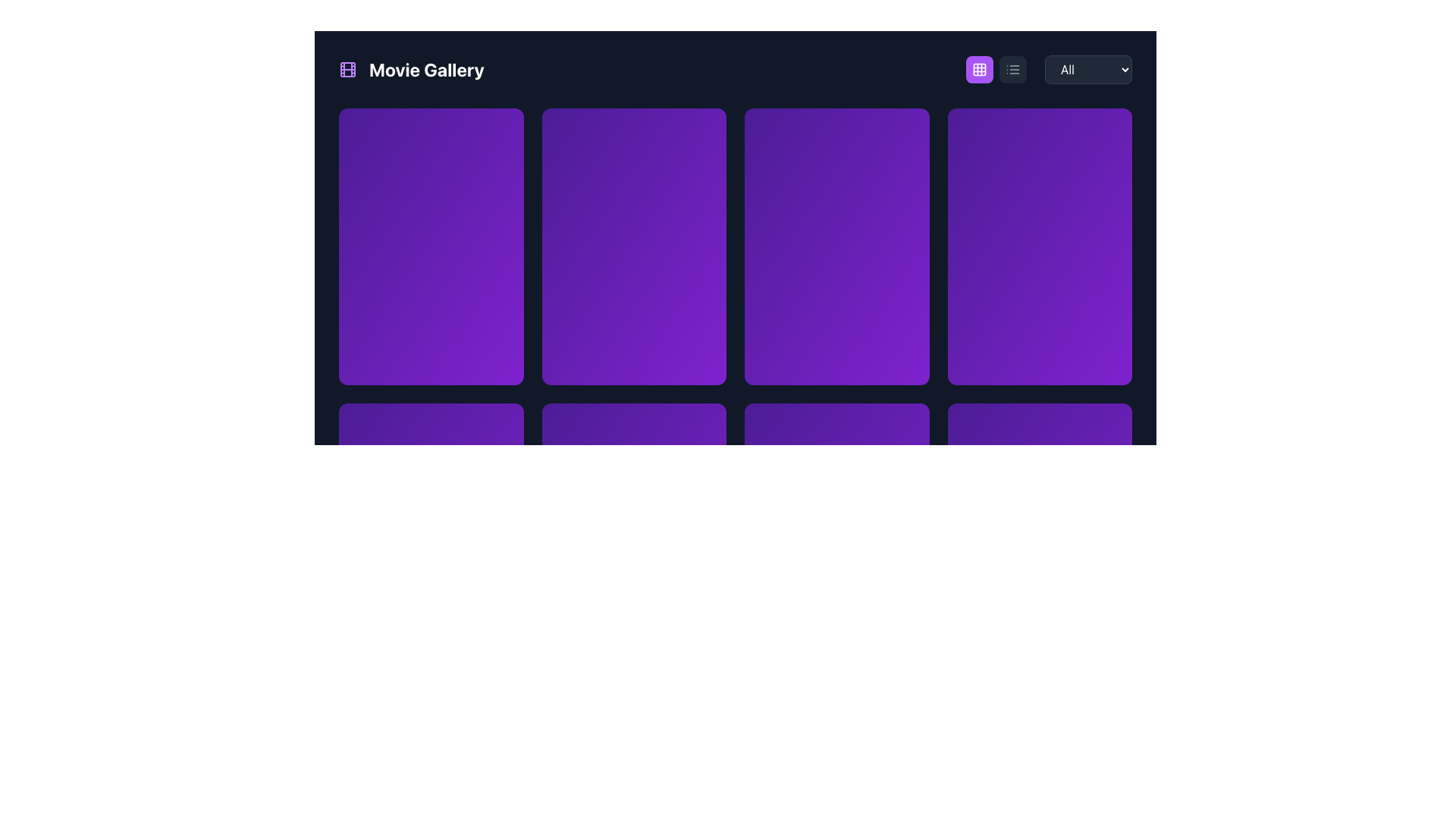 The height and width of the screenshot is (819, 1456). Describe the element at coordinates (836, 333) in the screenshot. I see `the Information card in the movie gallery grid` at that location.